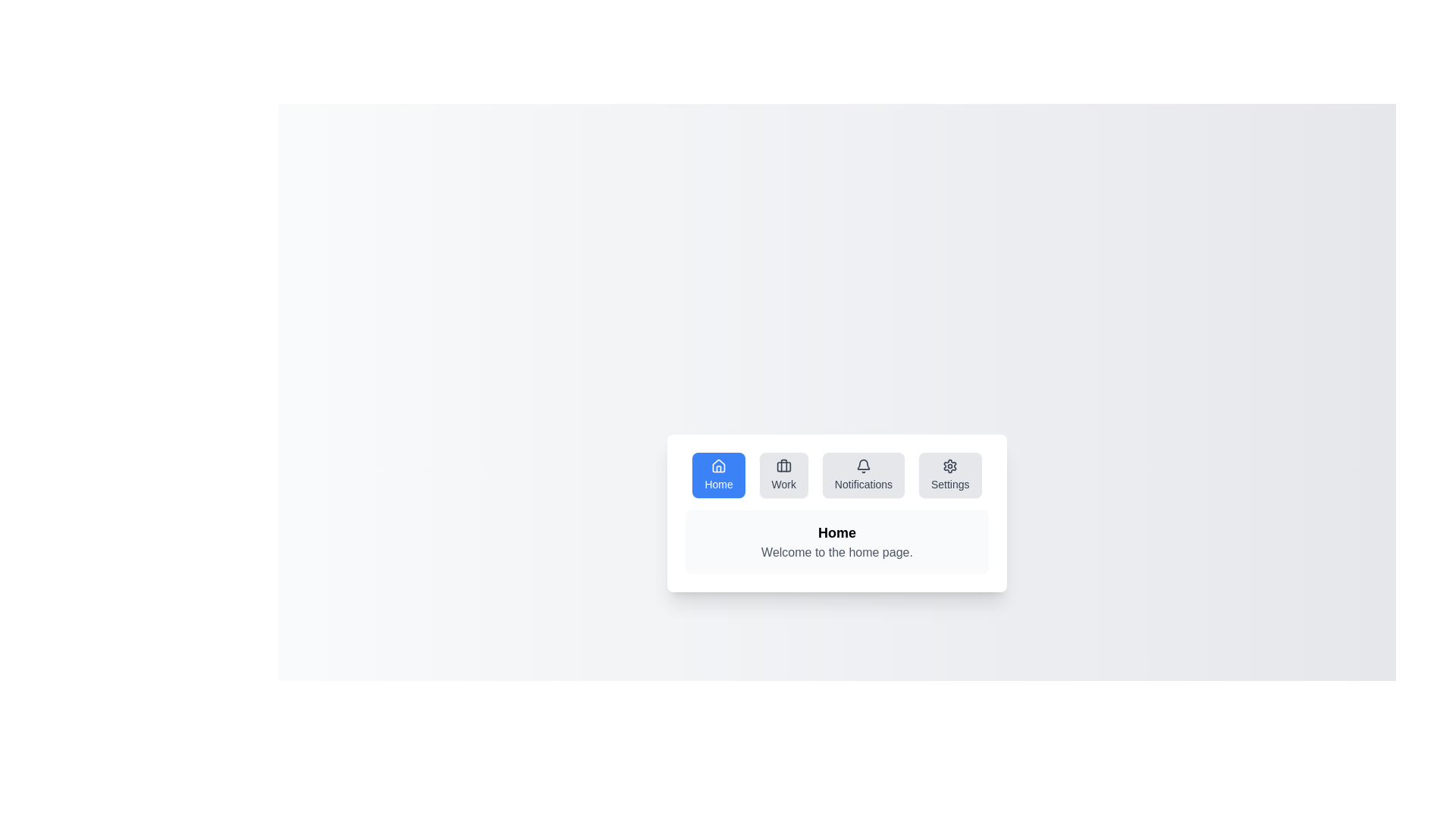  I want to click on the second interactive button in the horizontal menu bar that navigates to the 'Work' section, so click(783, 475).